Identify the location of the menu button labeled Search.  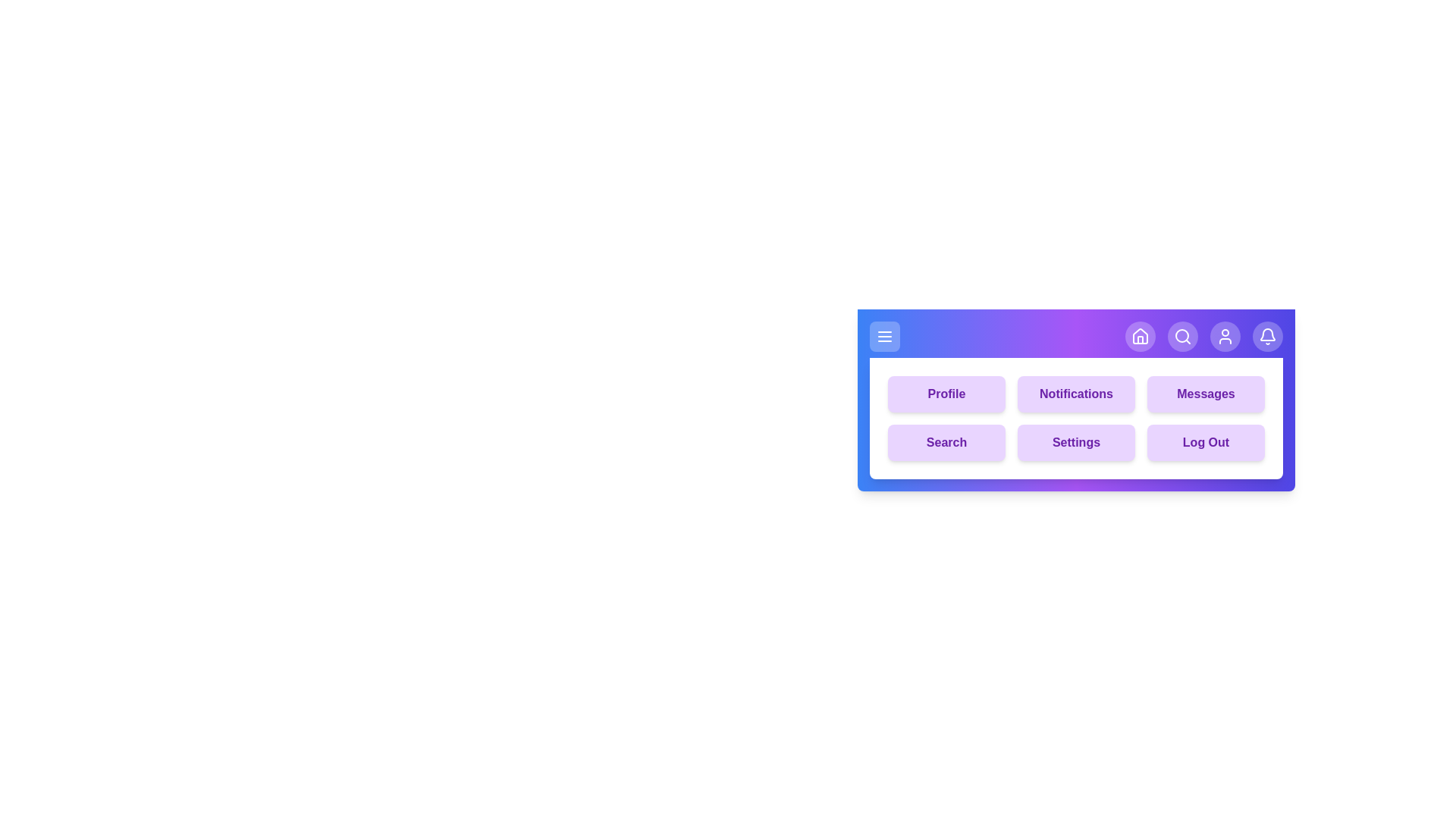
(946, 442).